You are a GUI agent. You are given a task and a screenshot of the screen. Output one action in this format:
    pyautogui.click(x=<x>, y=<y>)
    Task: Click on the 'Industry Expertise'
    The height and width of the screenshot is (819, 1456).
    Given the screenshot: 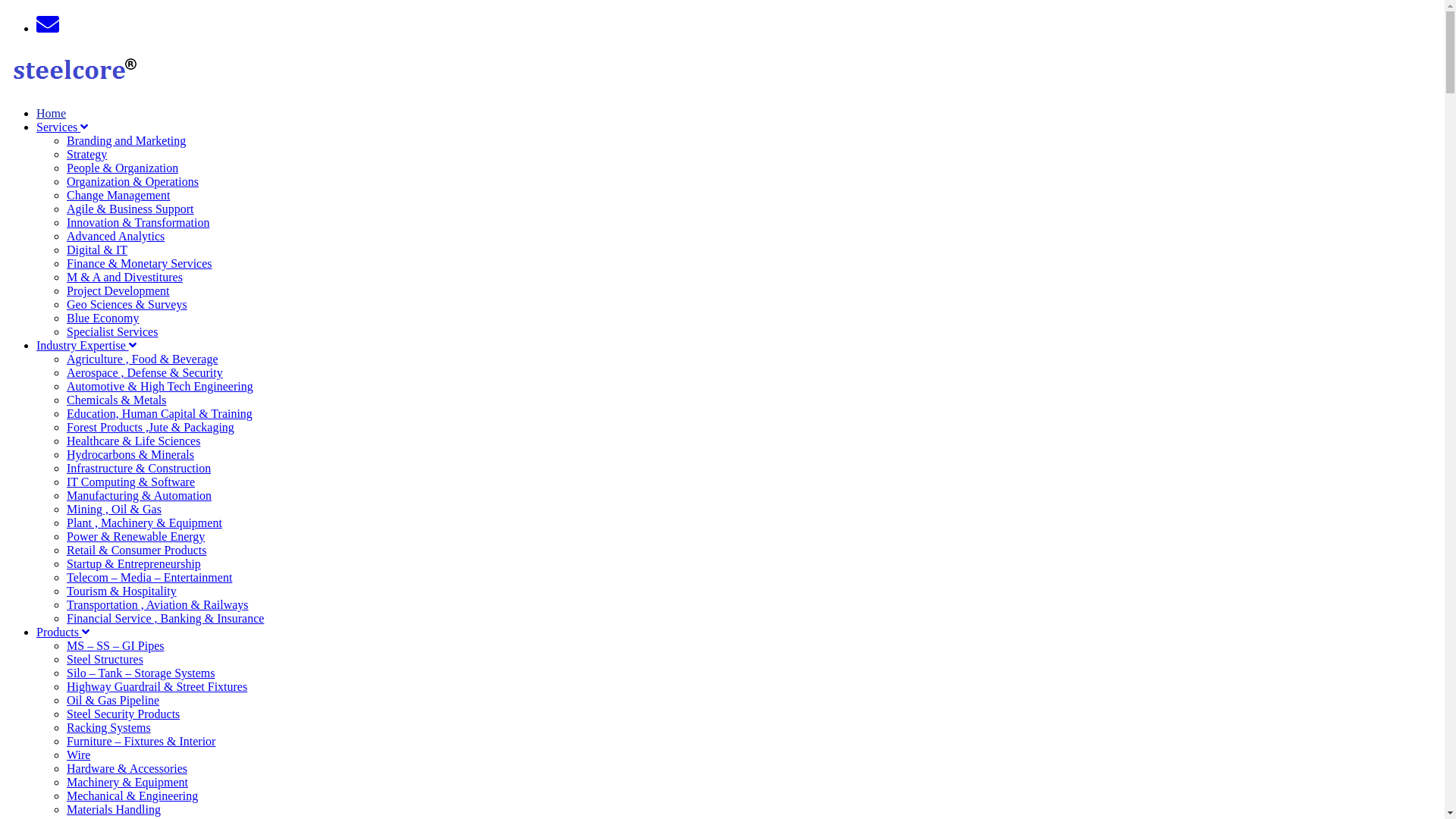 What is the action you would take?
    pyautogui.click(x=86, y=345)
    